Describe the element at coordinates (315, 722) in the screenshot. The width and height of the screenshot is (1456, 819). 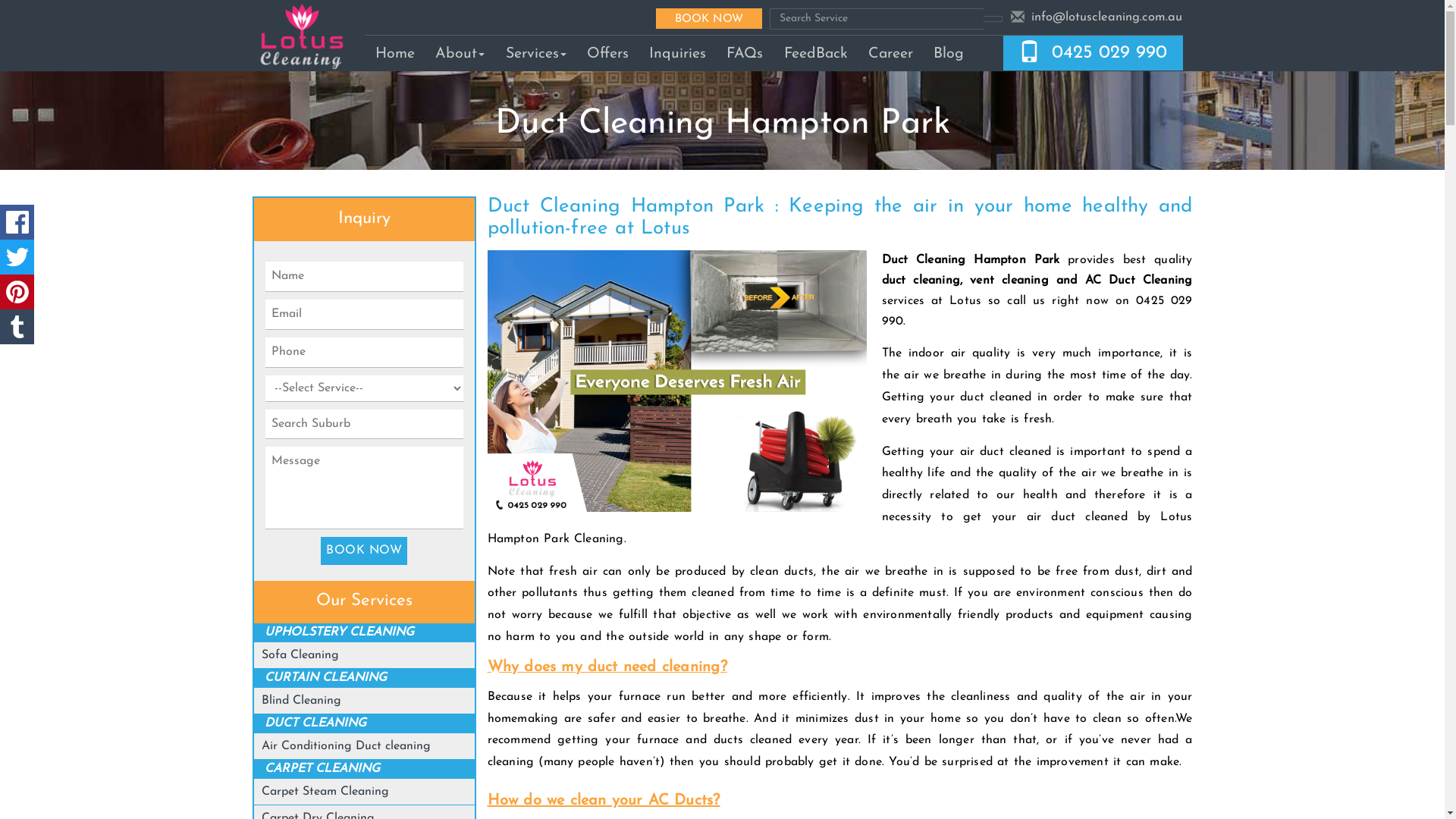
I see `'DUCT CLEANING'` at that location.